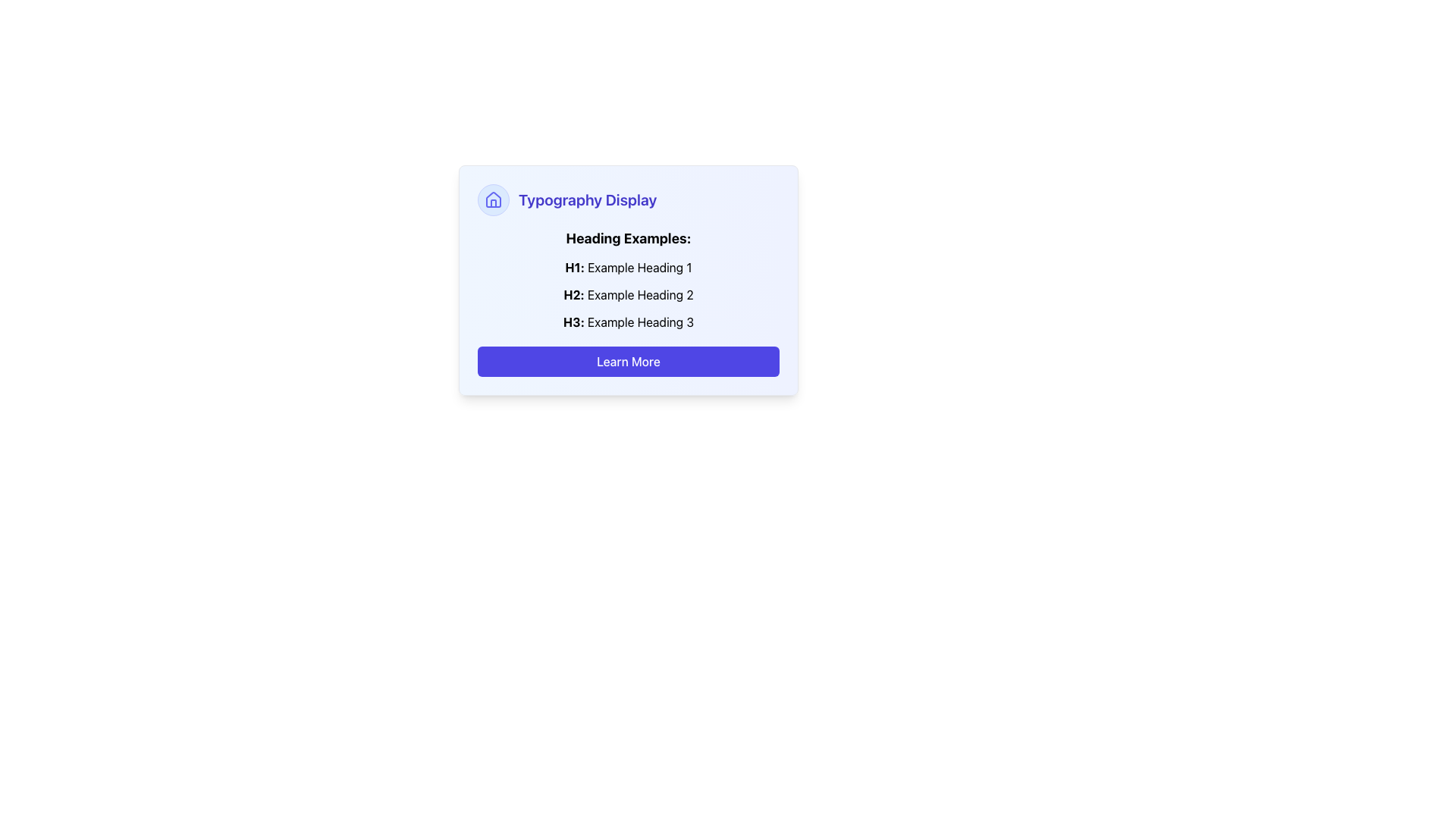 The height and width of the screenshot is (819, 1456). Describe the element at coordinates (494, 199) in the screenshot. I see `the circular icon with a light blue background and indigo house symbol located to the left of the 'Typography Display' text` at that location.